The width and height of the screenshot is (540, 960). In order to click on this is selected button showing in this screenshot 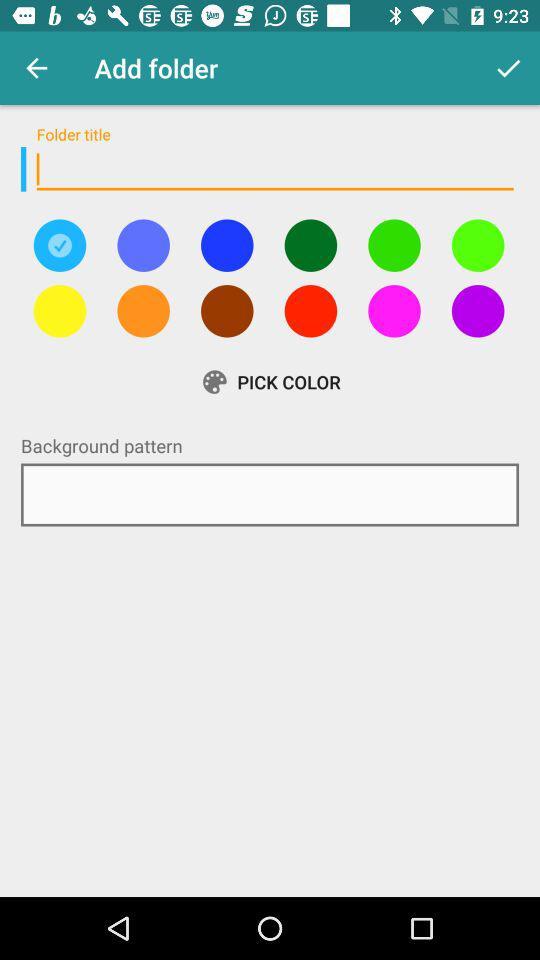, I will do `click(59, 244)`.